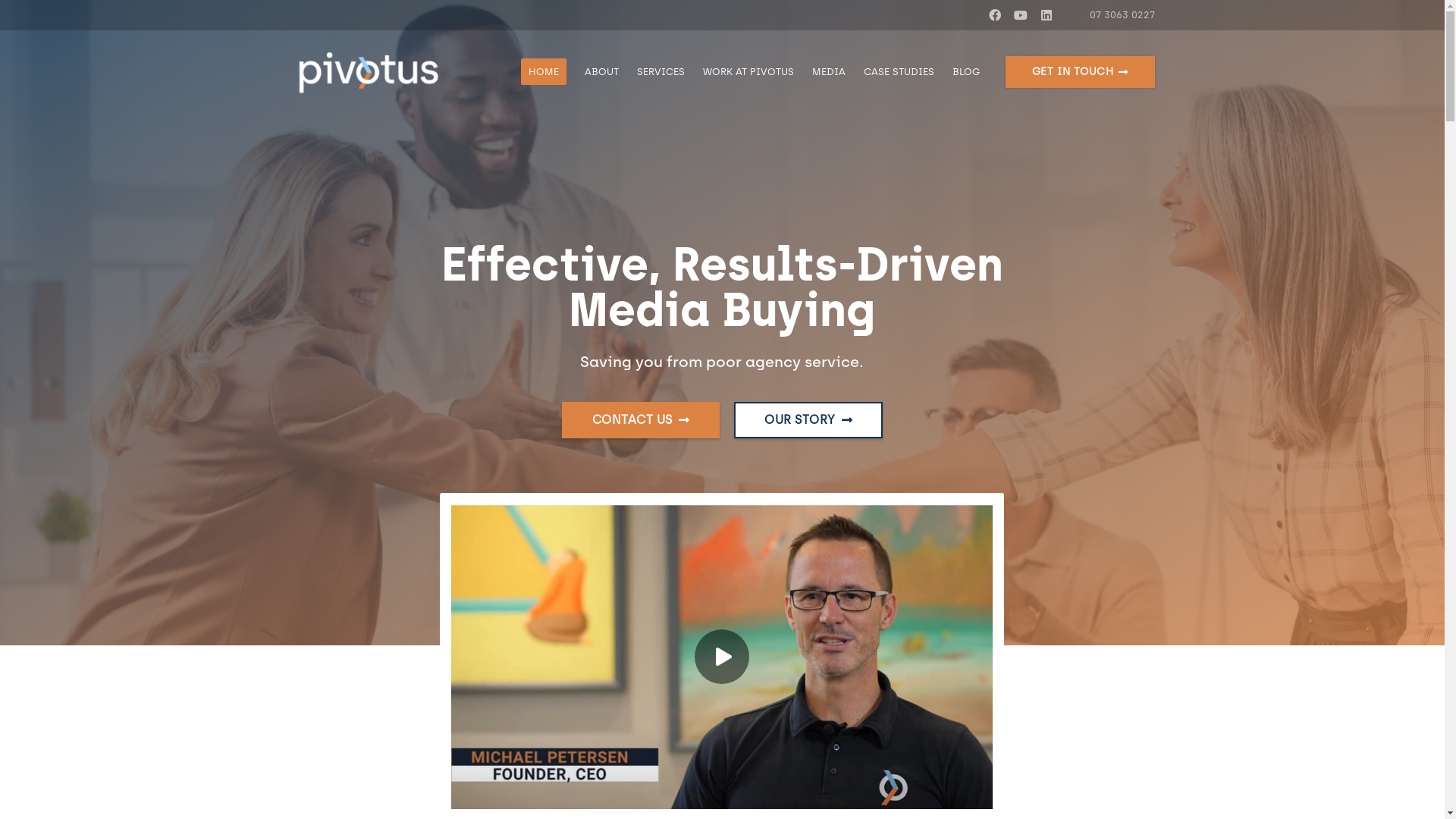  What do you see at coordinates (661, 72) in the screenshot?
I see `'SERVICES'` at bounding box center [661, 72].